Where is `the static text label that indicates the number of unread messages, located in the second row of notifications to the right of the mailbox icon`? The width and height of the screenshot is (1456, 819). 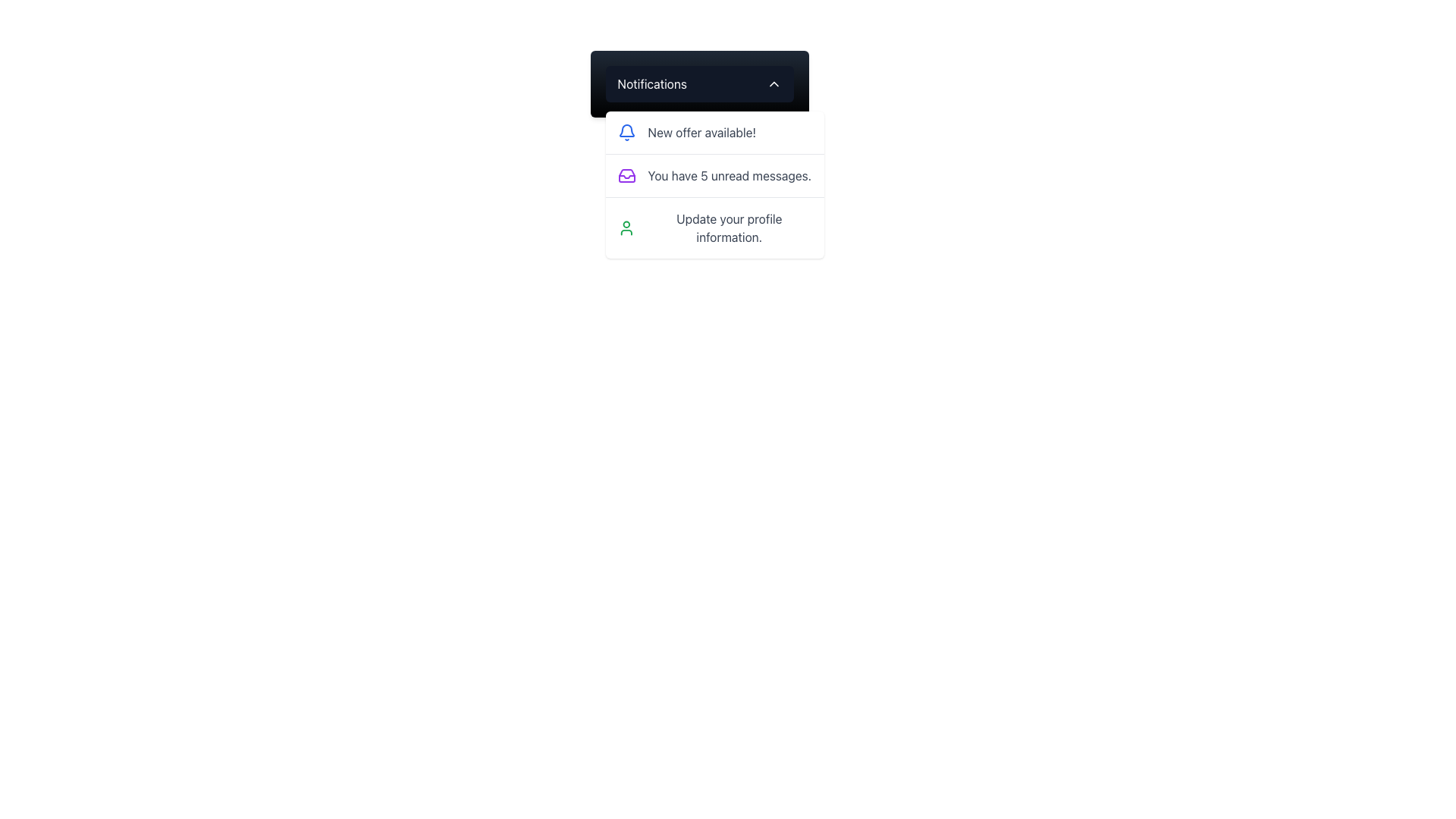
the static text label that indicates the number of unread messages, located in the second row of notifications to the right of the mailbox icon is located at coordinates (730, 174).